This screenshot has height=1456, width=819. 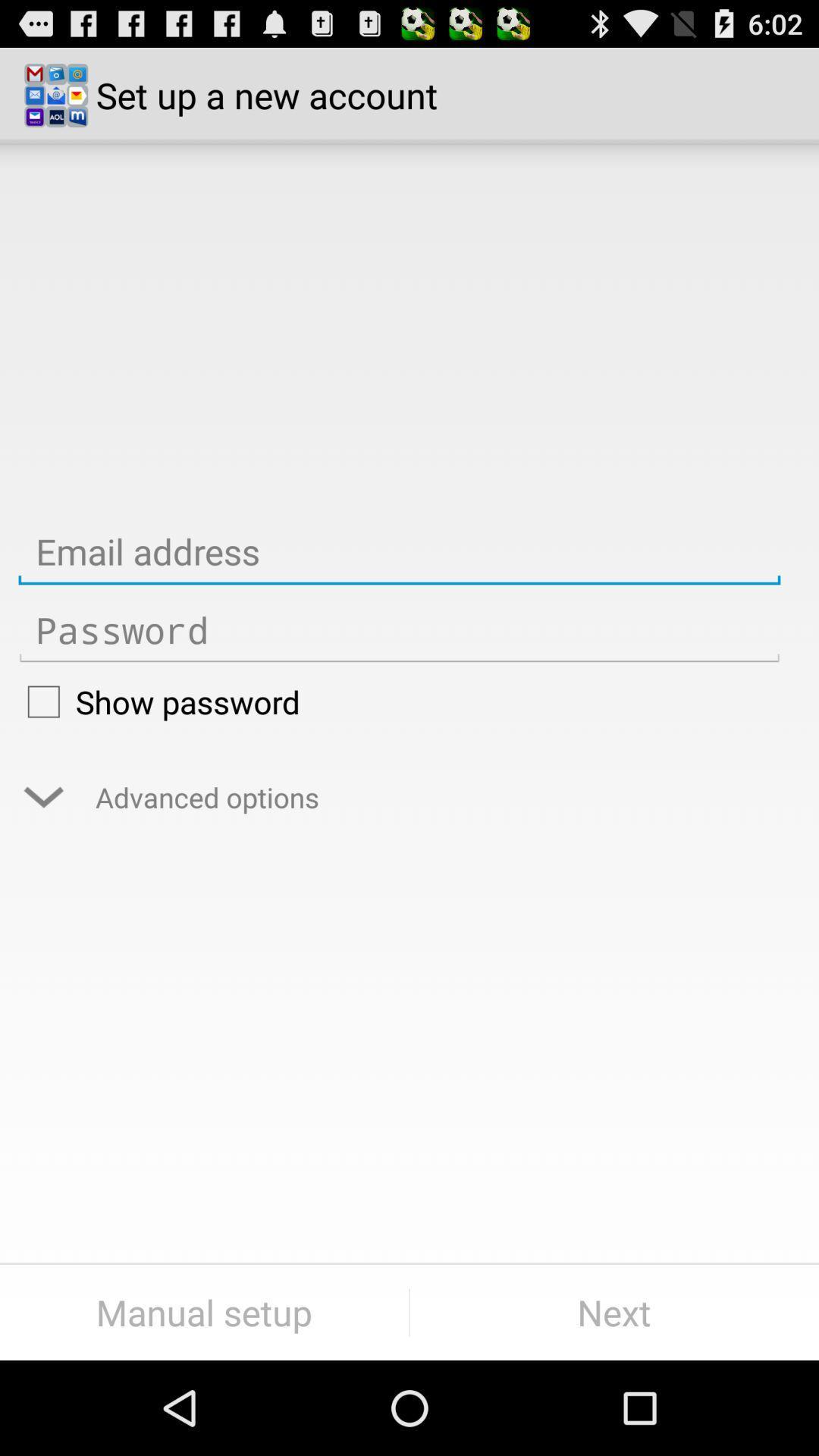 What do you see at coordinates (398, 630) in the screenshot?
I see `password` at bounding box center [398, 630].